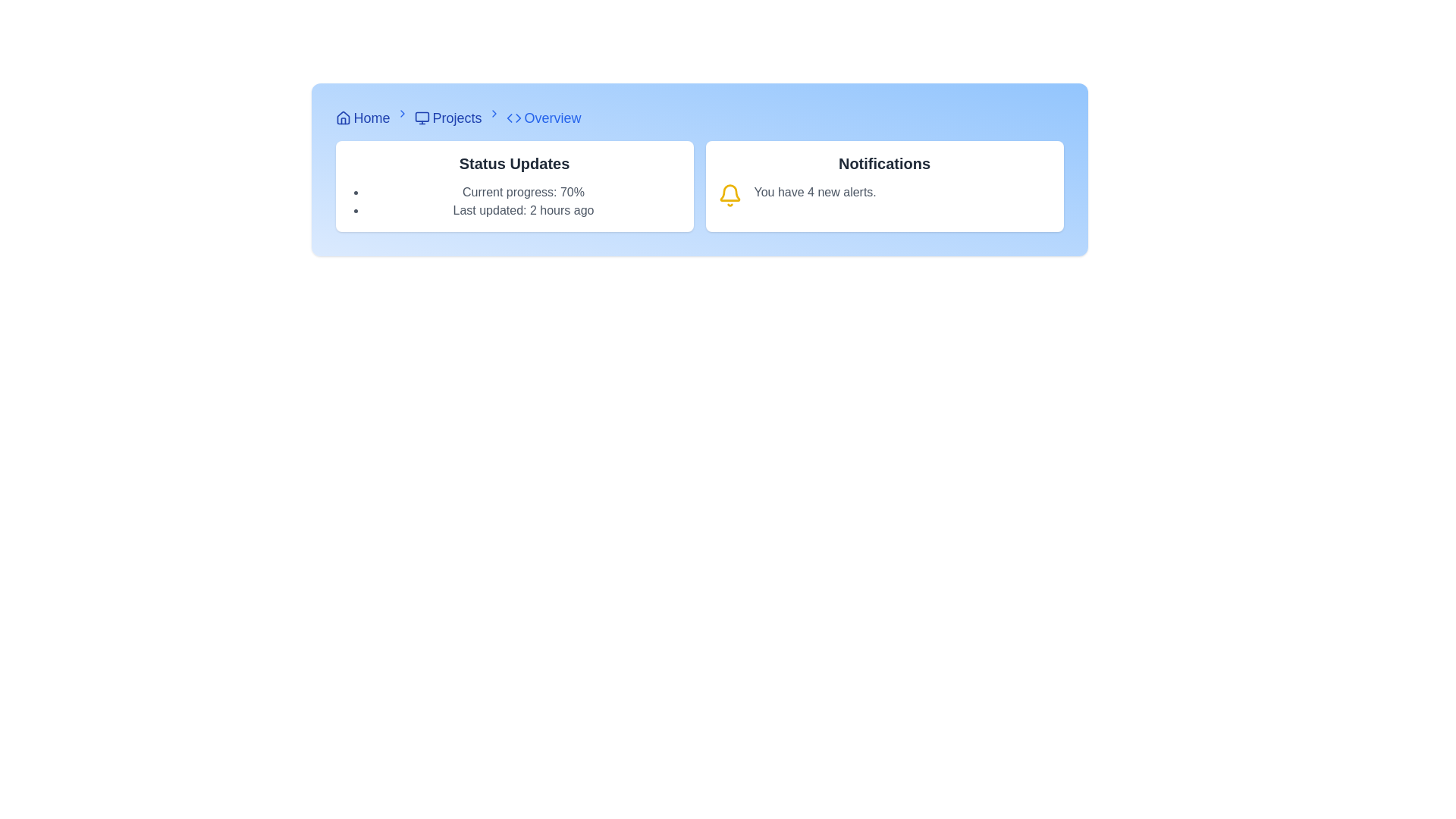  I want to click on the 'Projects' hyperlink in the breadcrumb navigation bar, which is the second clickable item positioned between 'Home' and 'Overview', so click(447, 117).